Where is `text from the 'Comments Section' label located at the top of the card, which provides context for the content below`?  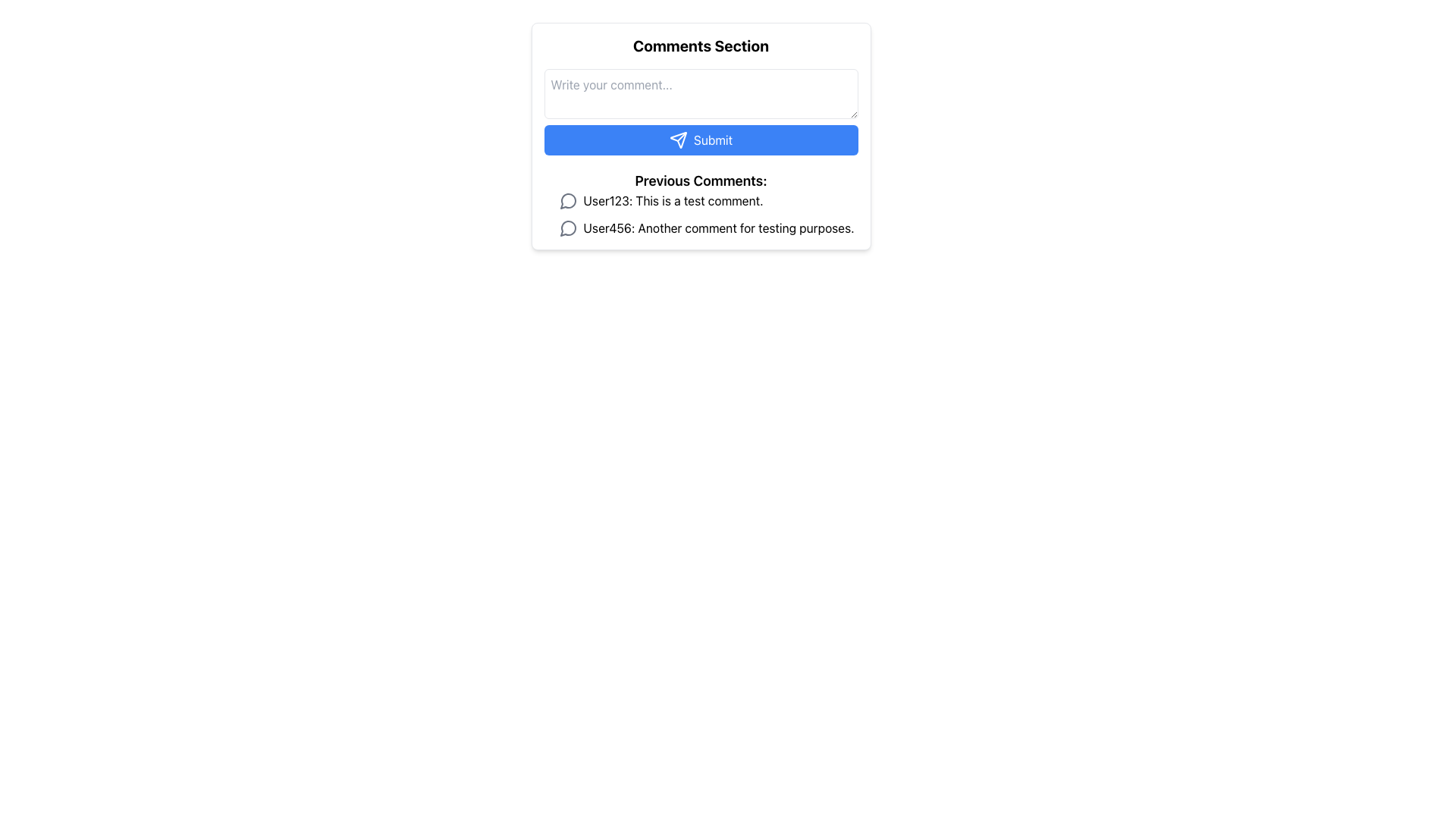
text from the 'Comments Section' label located at the top of the card, which provides context for the content below is located at coordinates (700, 45).